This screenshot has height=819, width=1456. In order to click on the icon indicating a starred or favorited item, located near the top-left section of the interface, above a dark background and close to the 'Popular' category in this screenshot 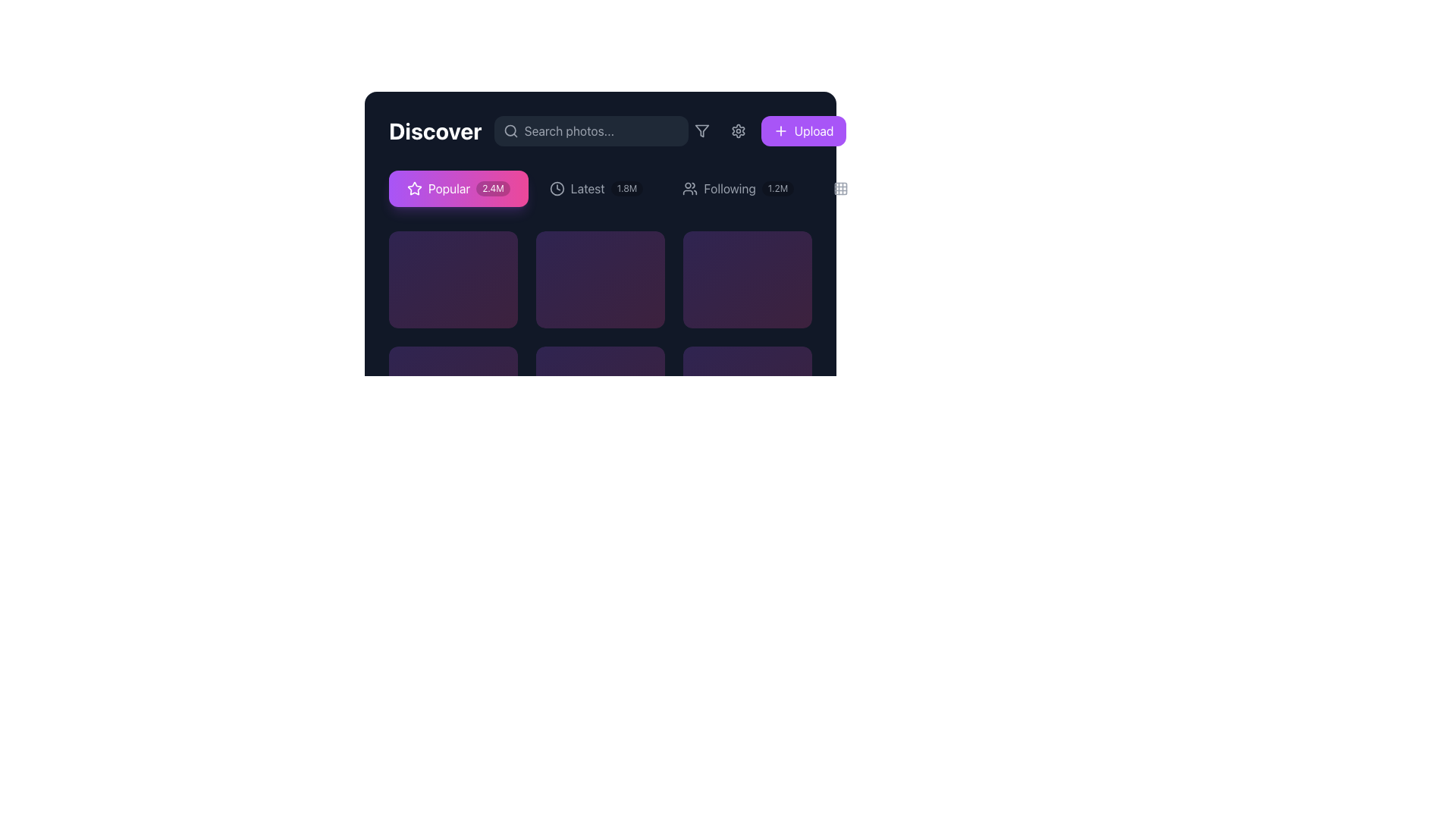, I will do `click(415, 187)`.